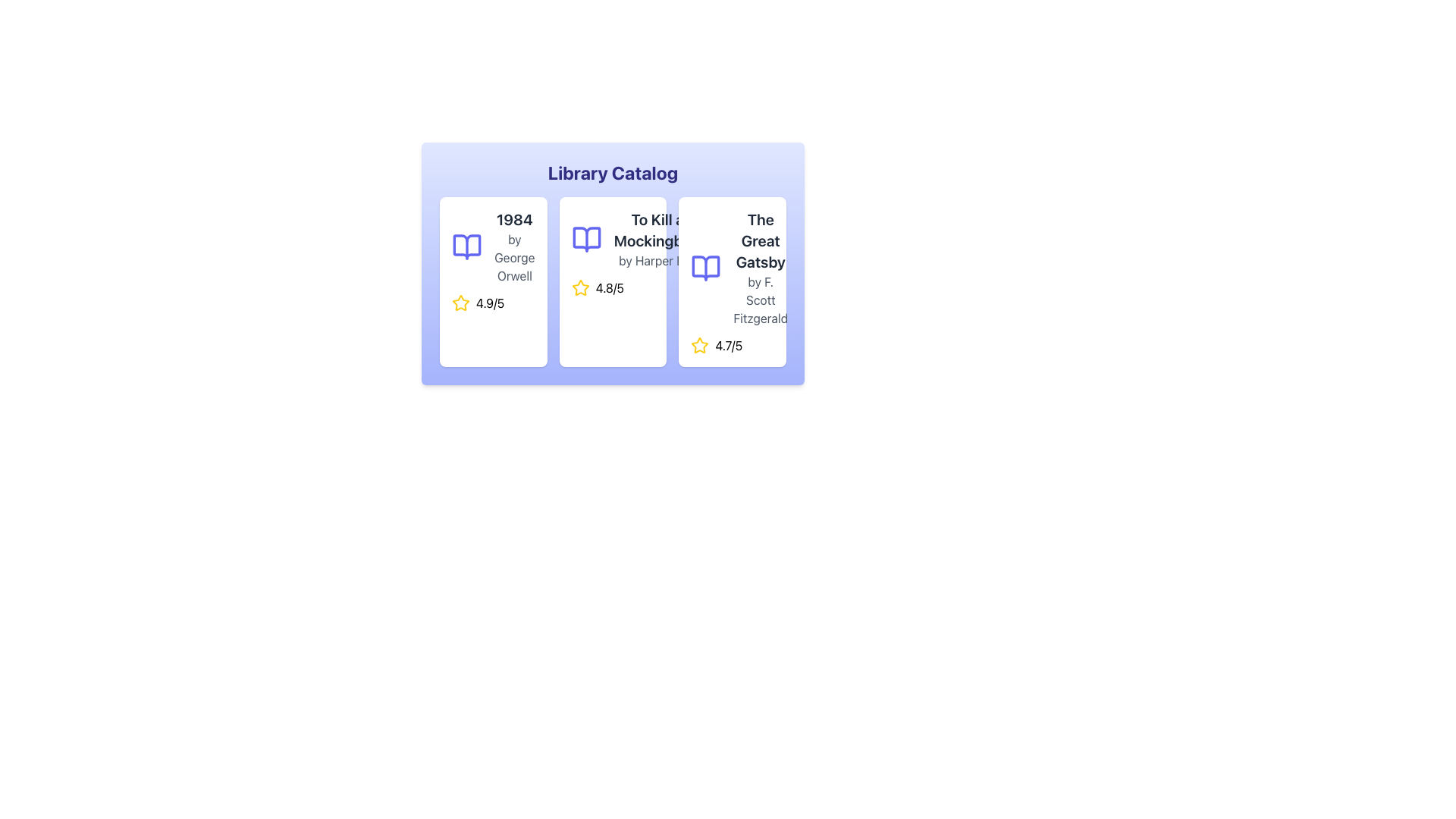 Image resolution: width=1456 pixels, height=819 pixels. I want to click on the card representing a book in the library catalog, located in the rightmost column of the grid layout, so click(733, 281).